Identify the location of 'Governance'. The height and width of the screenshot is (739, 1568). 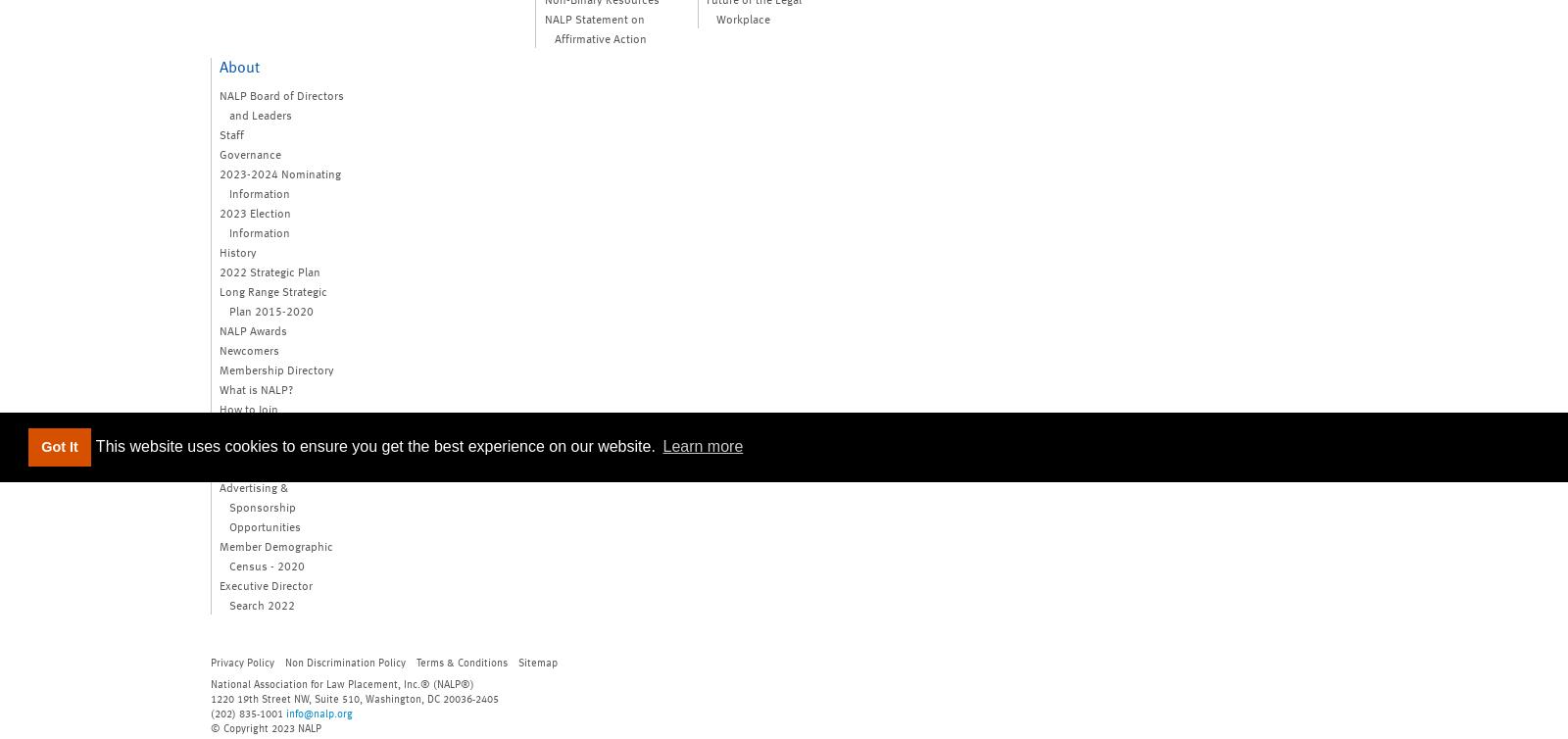
(250, 153).